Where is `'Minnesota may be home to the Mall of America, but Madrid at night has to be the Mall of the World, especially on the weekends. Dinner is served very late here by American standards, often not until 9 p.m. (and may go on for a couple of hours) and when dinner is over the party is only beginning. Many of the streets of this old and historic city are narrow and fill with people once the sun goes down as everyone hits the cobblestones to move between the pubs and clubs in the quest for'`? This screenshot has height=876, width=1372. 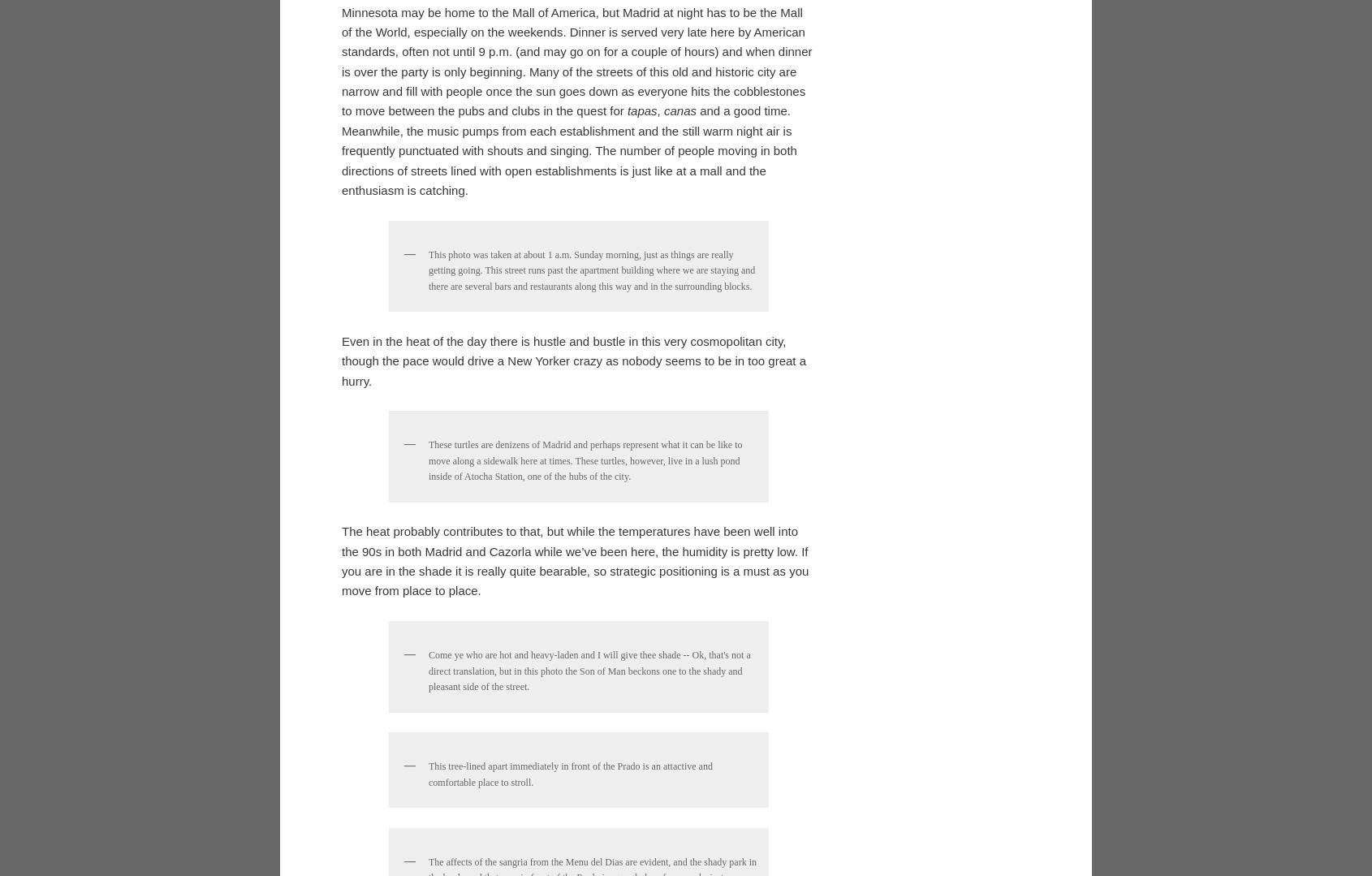
'Minnesota may be home to the Mall of America, but Madrid at night has to be the Mall of the World, especially on the weekends. Dinner is served very late here by American standards, often not until 9 p.m. (and may go on for a couple of hours) and when dinner is over the party is only beginning. Many of the streets of this old and historic city are narrow and fill with people once the sun goes down as everyone hits the cobblestones to move between the pubs and clubs in the quest for' is located at coordinates (576, 576).